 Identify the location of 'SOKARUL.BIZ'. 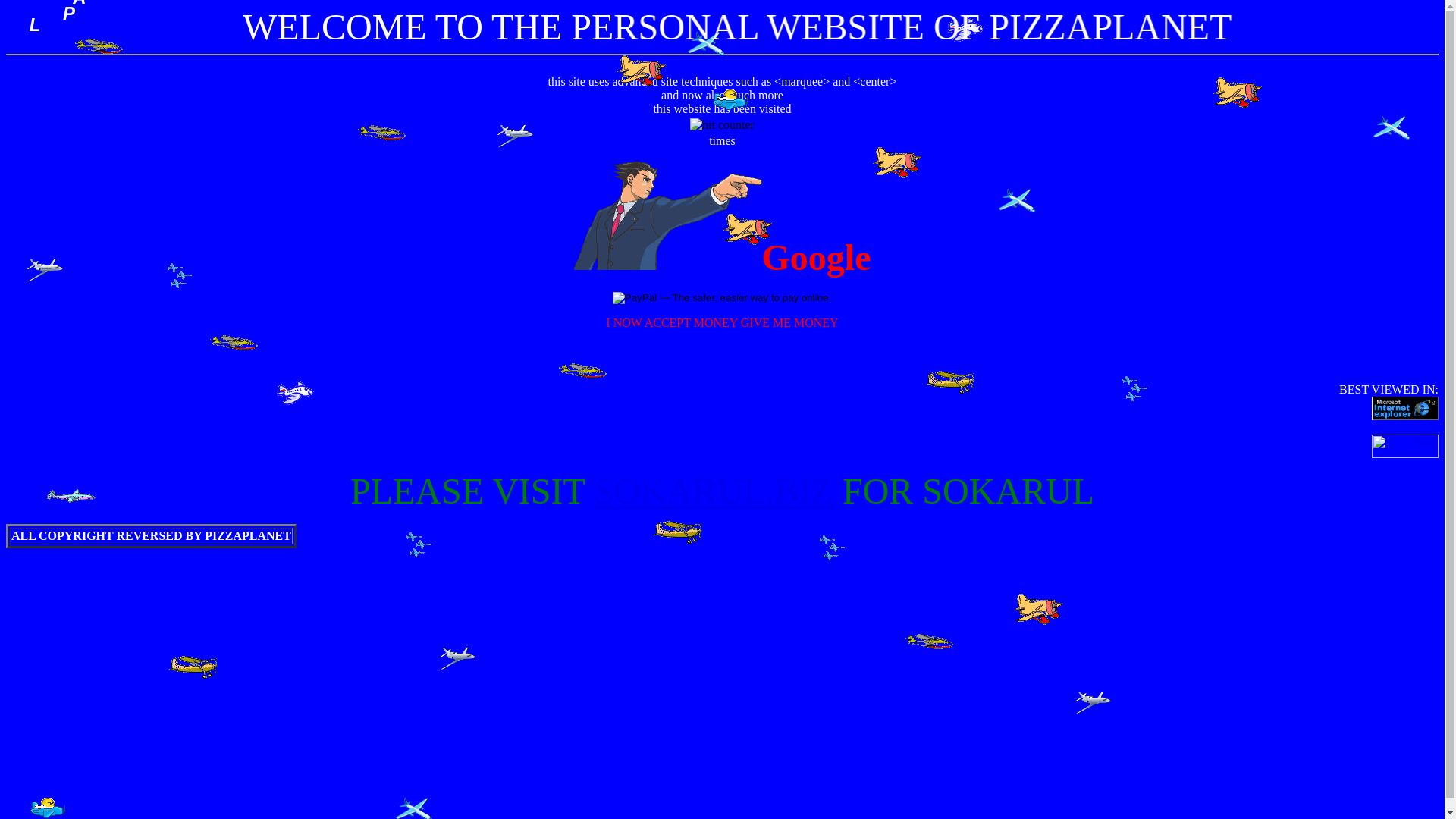
(712, 491).